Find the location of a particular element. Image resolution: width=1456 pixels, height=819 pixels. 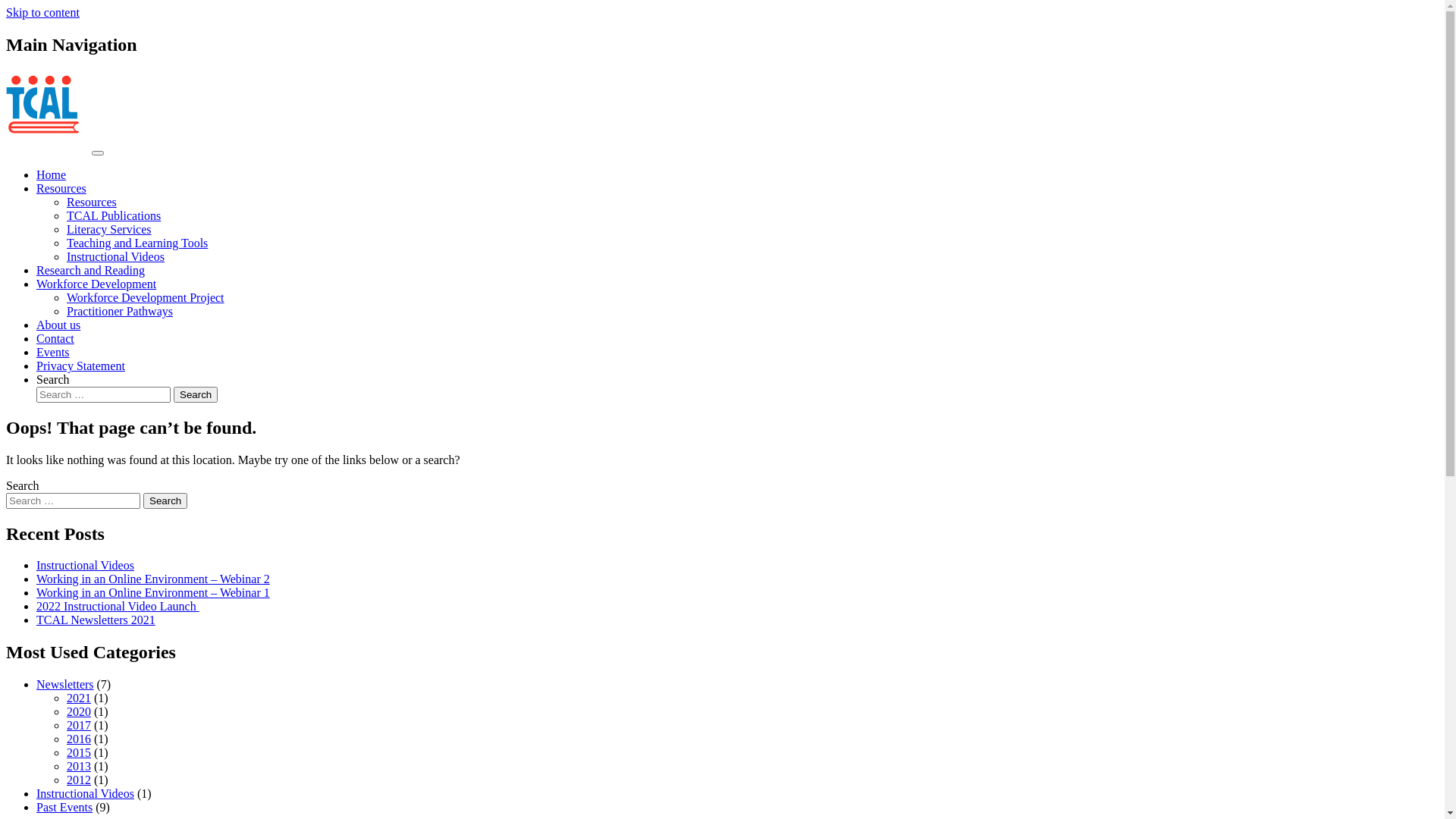

'Contact' is located at coordinates (55, 337).